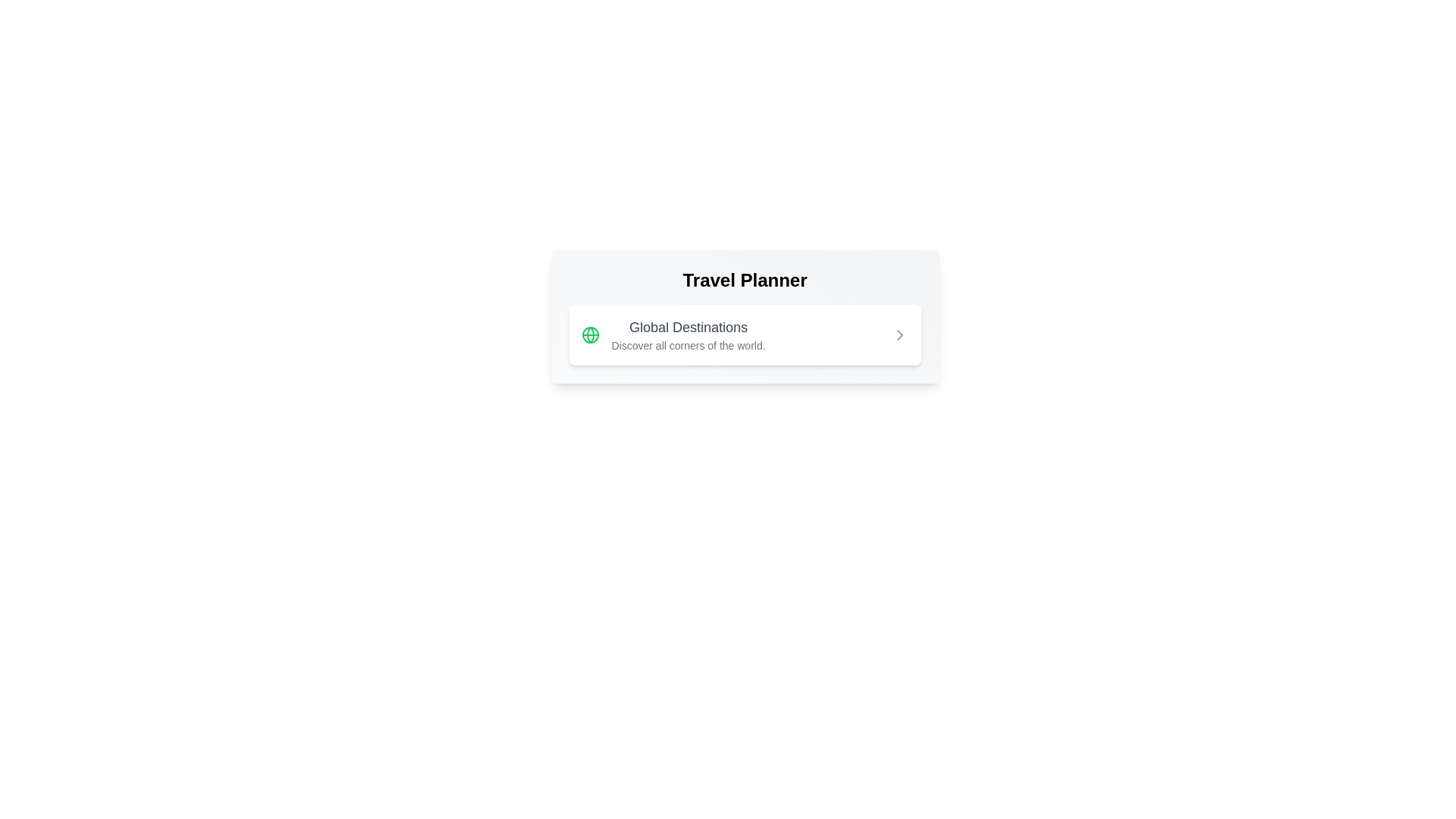 The image size is (1456, 819). What do you see at coordinates (899, 334) in the screenshot?
I see `the rightward-pointing chevron arrow icon located at the far right of the 'Global Destinations' text for navigation` at bounding box center [899, 334].